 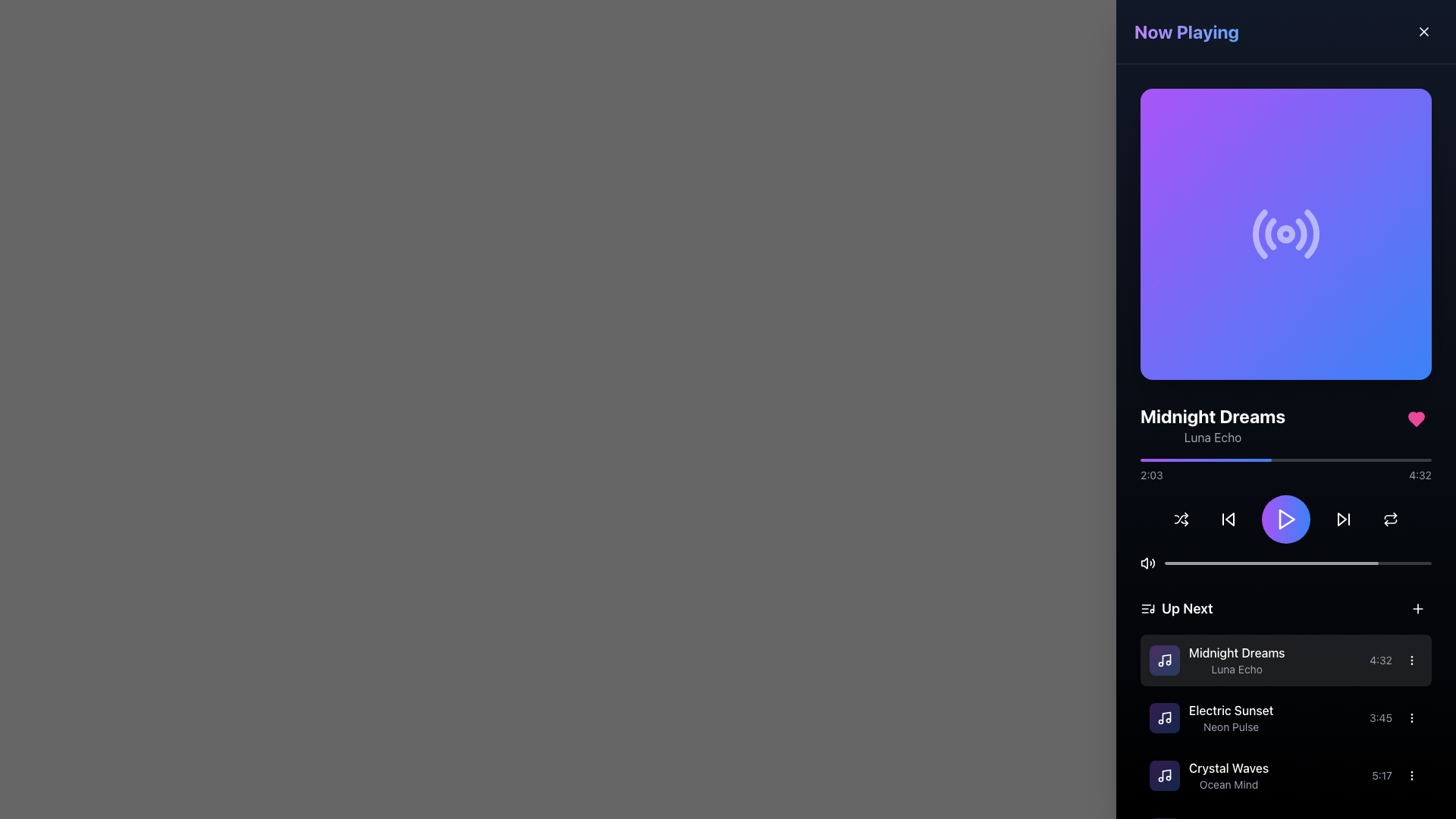 I want to click on the playback position, so click(x=1330, y=459).